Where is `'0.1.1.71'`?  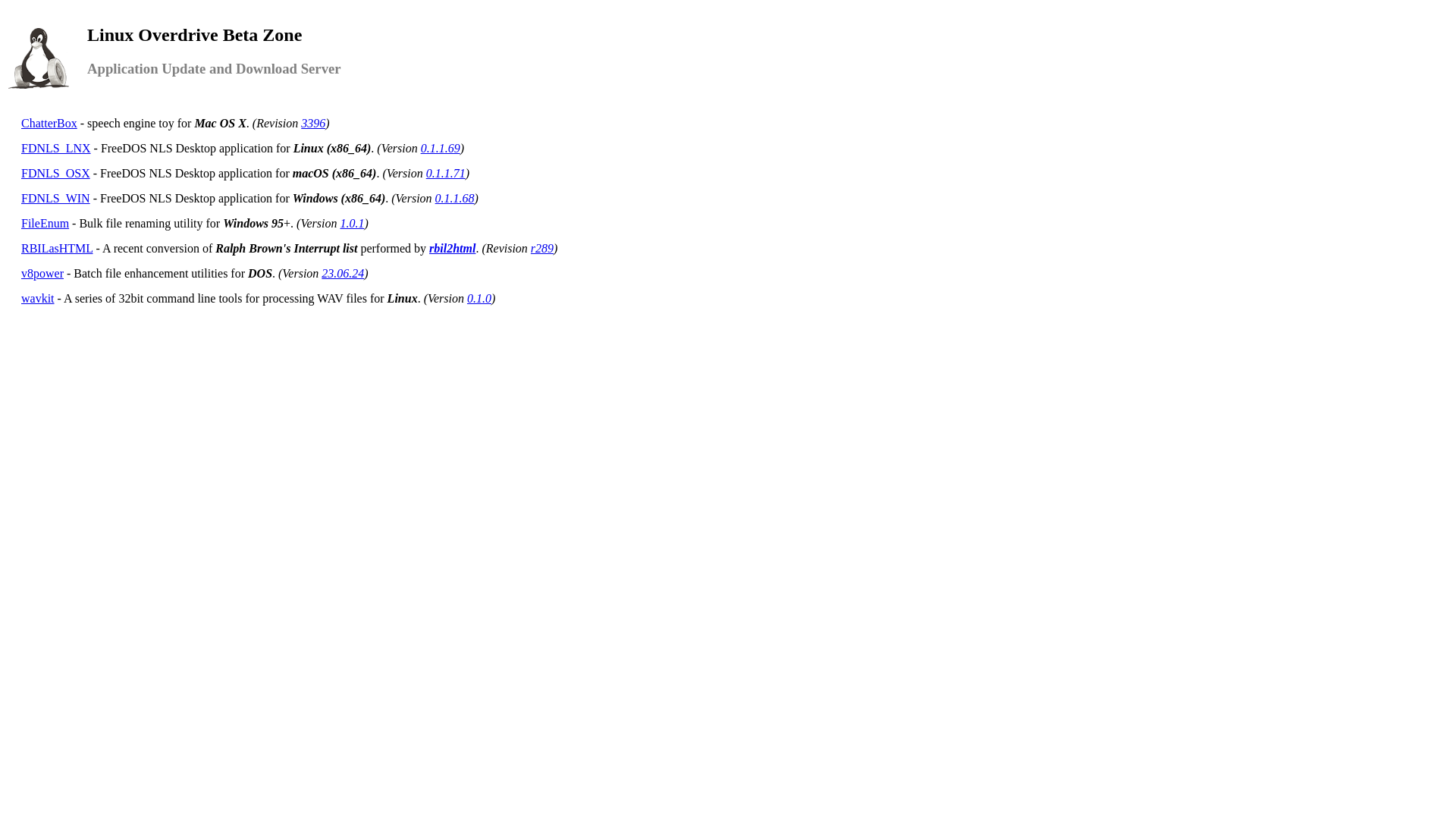 '0.1.1.71' is located at coordinates (445, 172).